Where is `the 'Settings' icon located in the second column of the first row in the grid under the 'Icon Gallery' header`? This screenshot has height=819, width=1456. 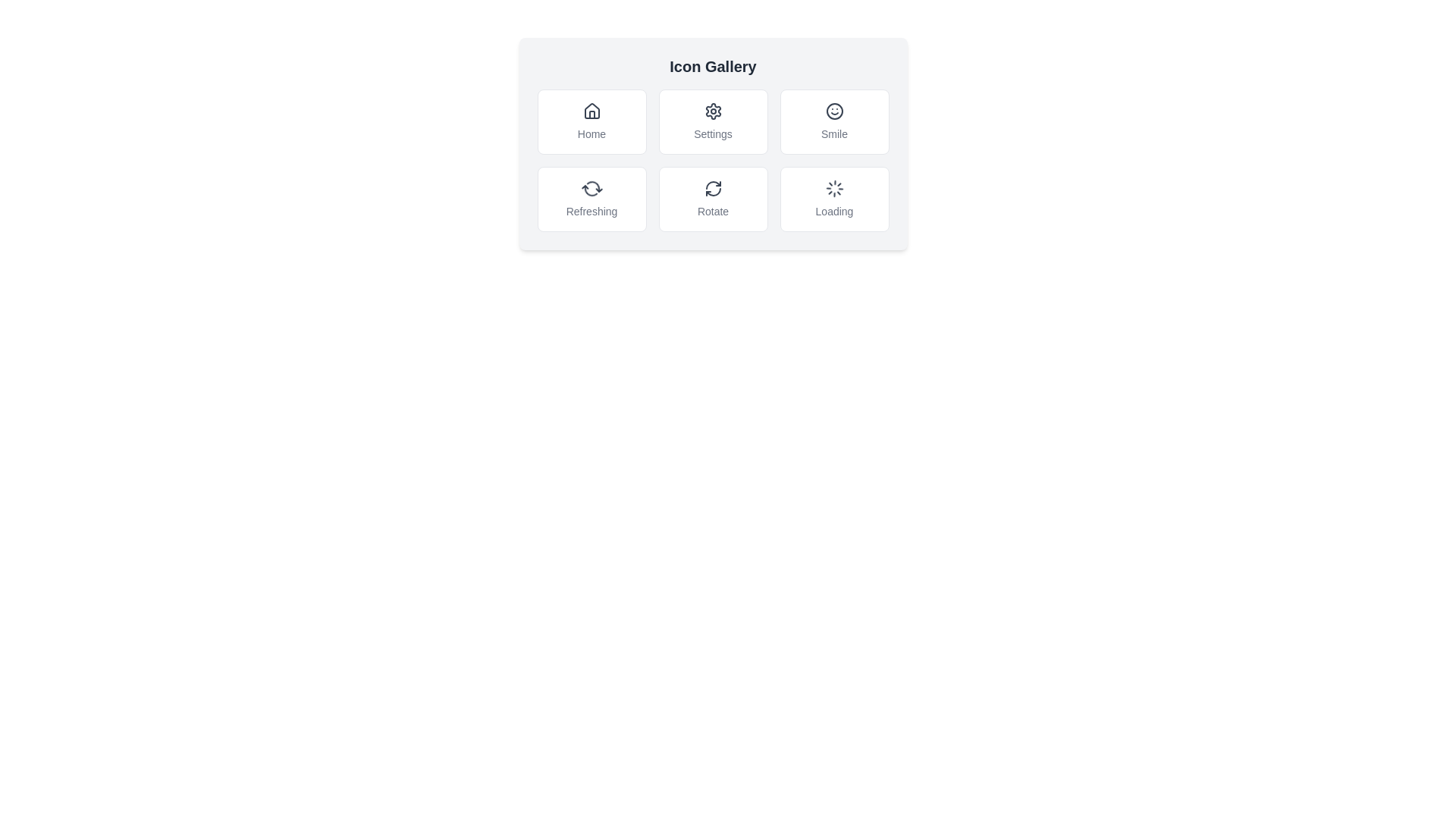 the 'Settings' icon located in the second column of the first row in the grid under the 'Icon Gallery' header is located at coordinates (712, 110).